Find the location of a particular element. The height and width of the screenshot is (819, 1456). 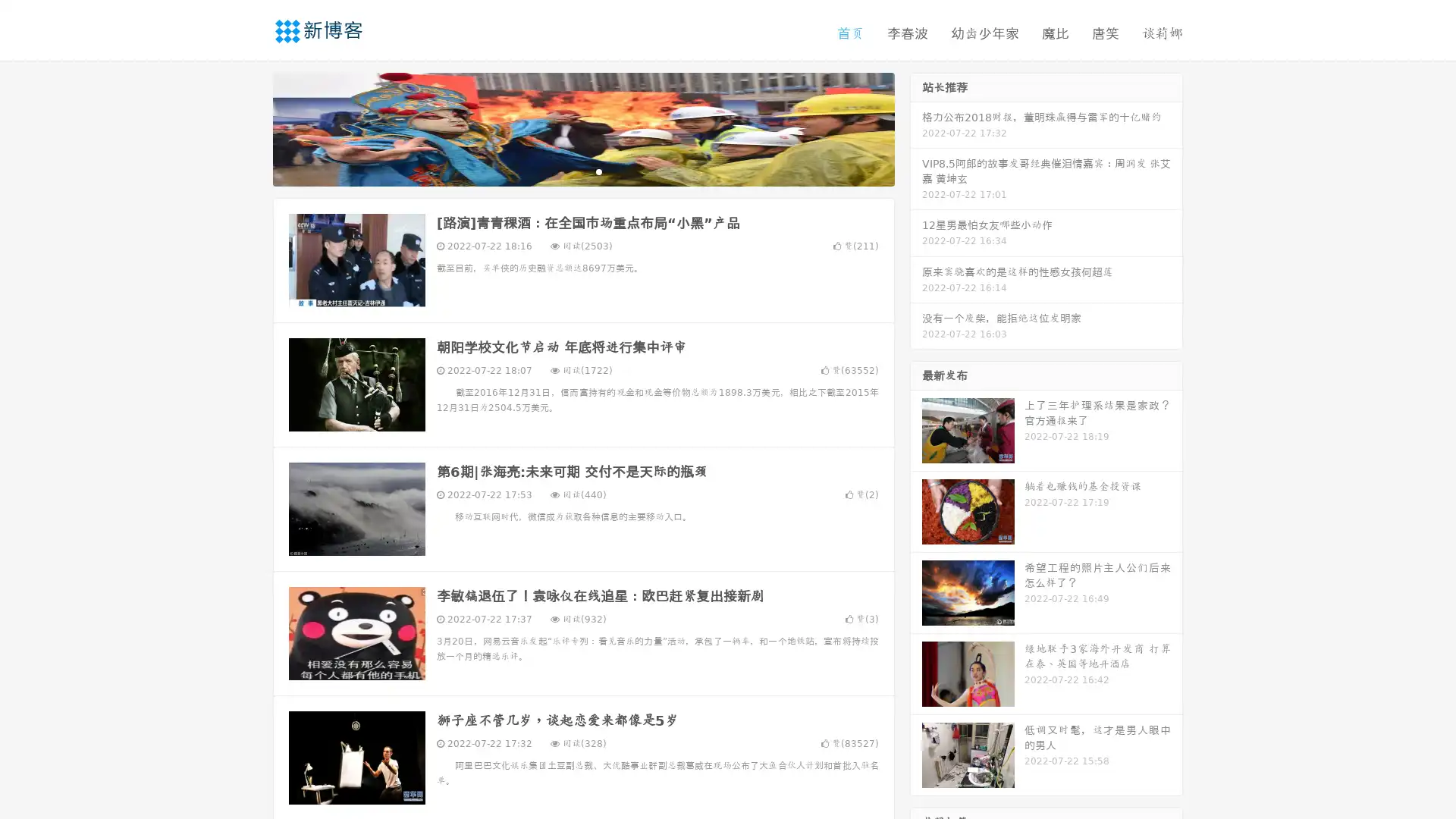

Go to slide 3 is located at coordinates (598, 171).